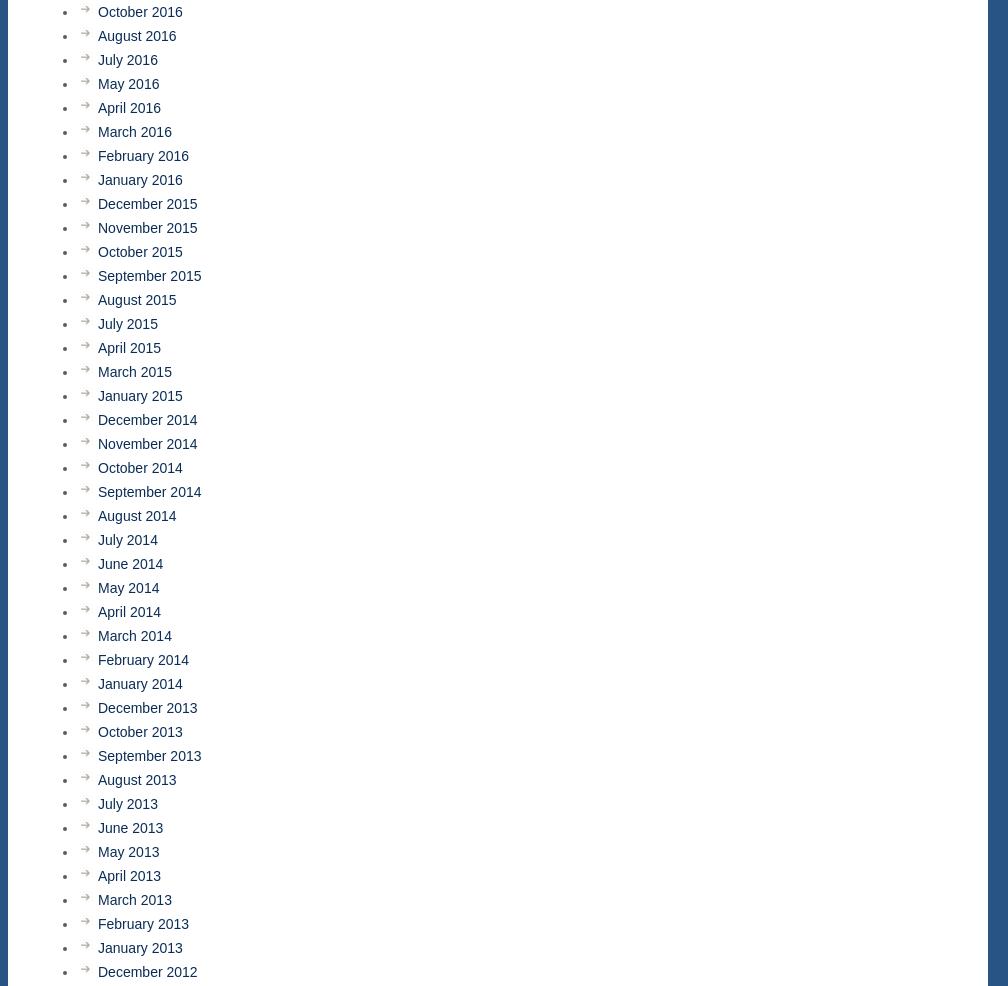 The width and height of the screenshot is (1008, 986). What do you see at coordinates (147, 971) in the screenshot?
I see `'December 2012'` at bounding box center [147, 971].